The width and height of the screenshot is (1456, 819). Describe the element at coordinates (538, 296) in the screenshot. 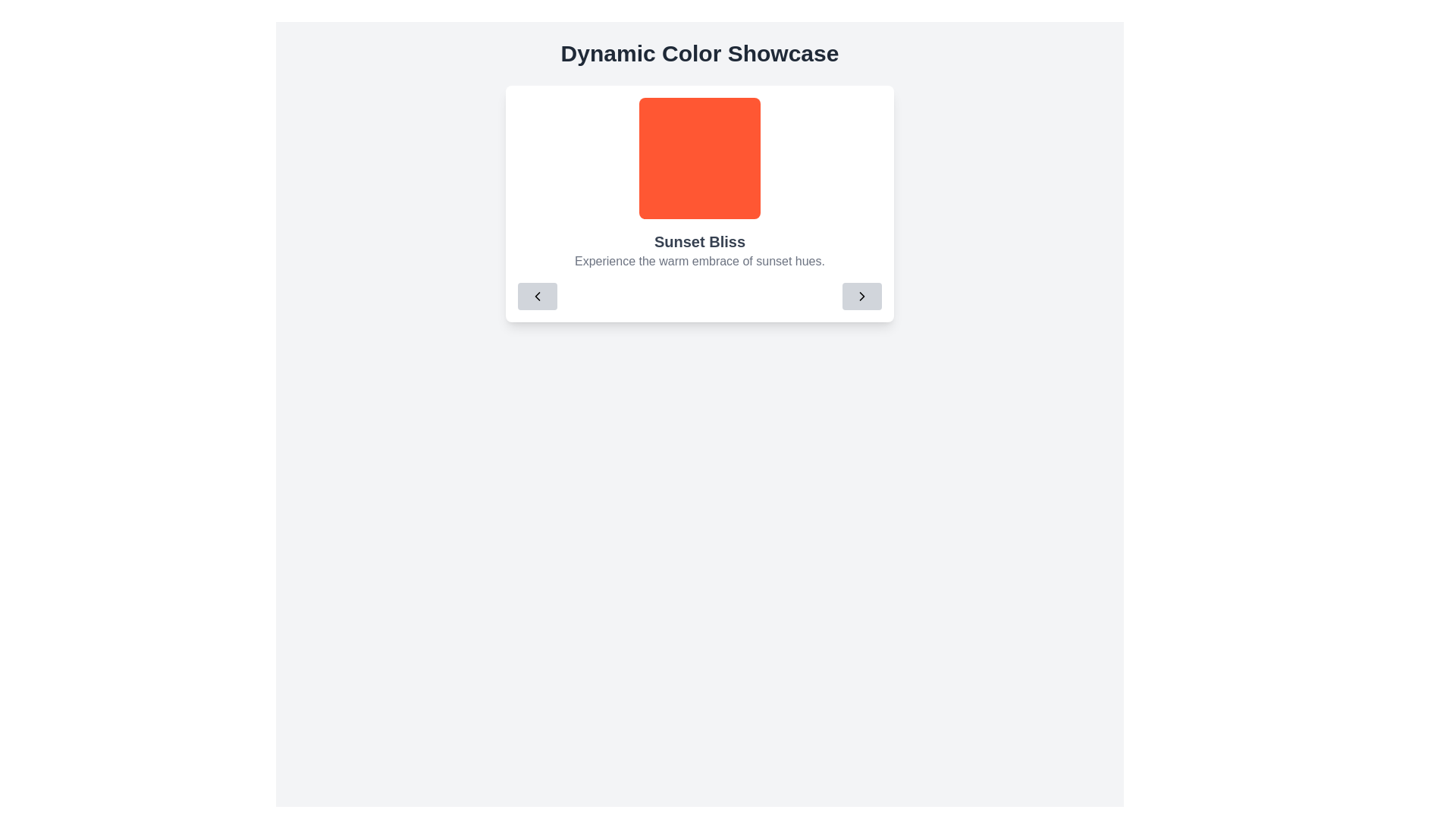

I see `the leftmost button with a grayish background and a black left-facing chevron icon, located within the navigation buttons of the 'Sunset Bliss' card, to change its background color` at that location.